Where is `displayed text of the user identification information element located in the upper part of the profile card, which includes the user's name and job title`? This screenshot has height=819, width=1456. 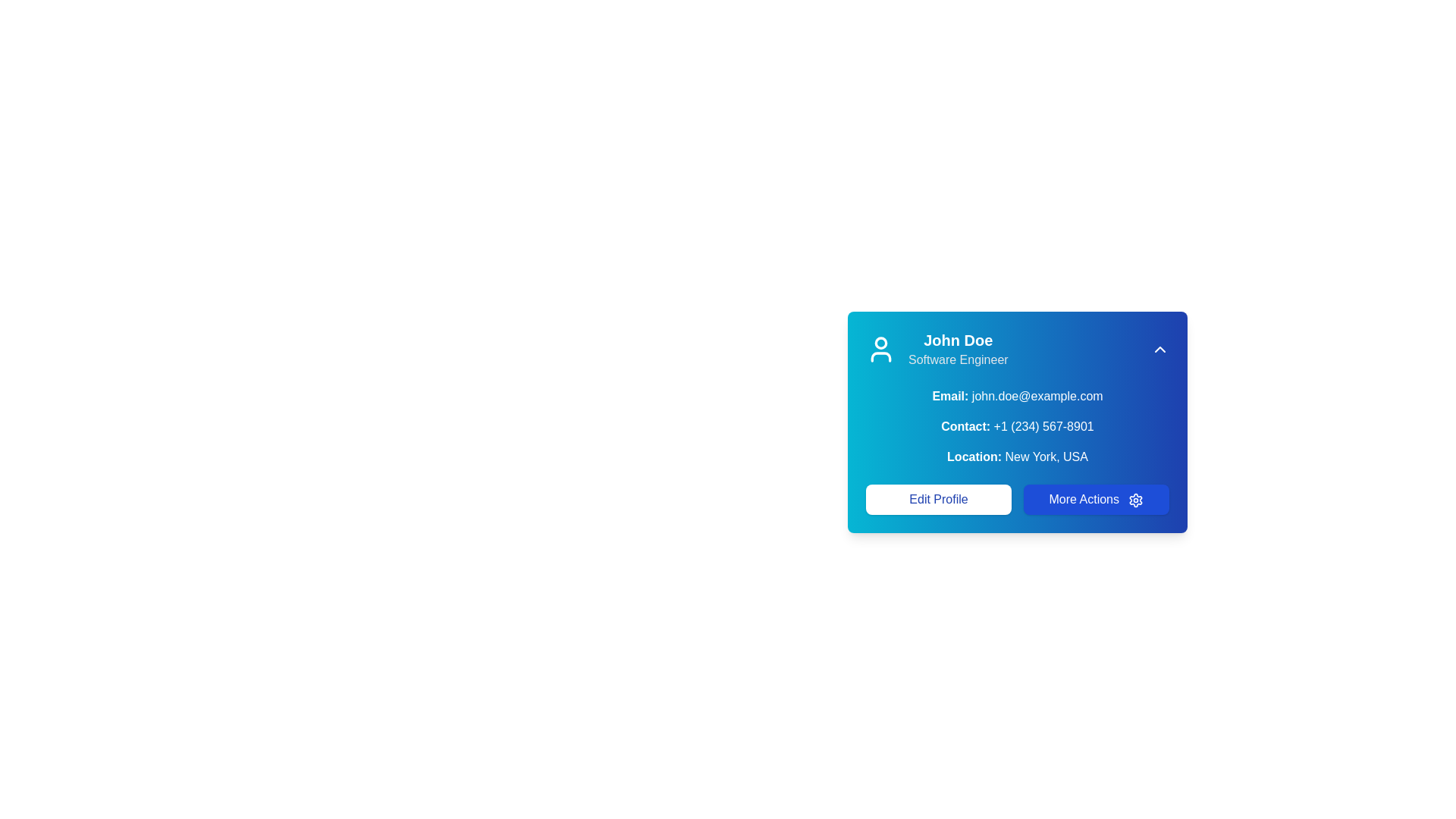
displayed text of the user identification information element located in the upper part of the profile card, which includes the user's name and job title is located at coordinates (936, 350).